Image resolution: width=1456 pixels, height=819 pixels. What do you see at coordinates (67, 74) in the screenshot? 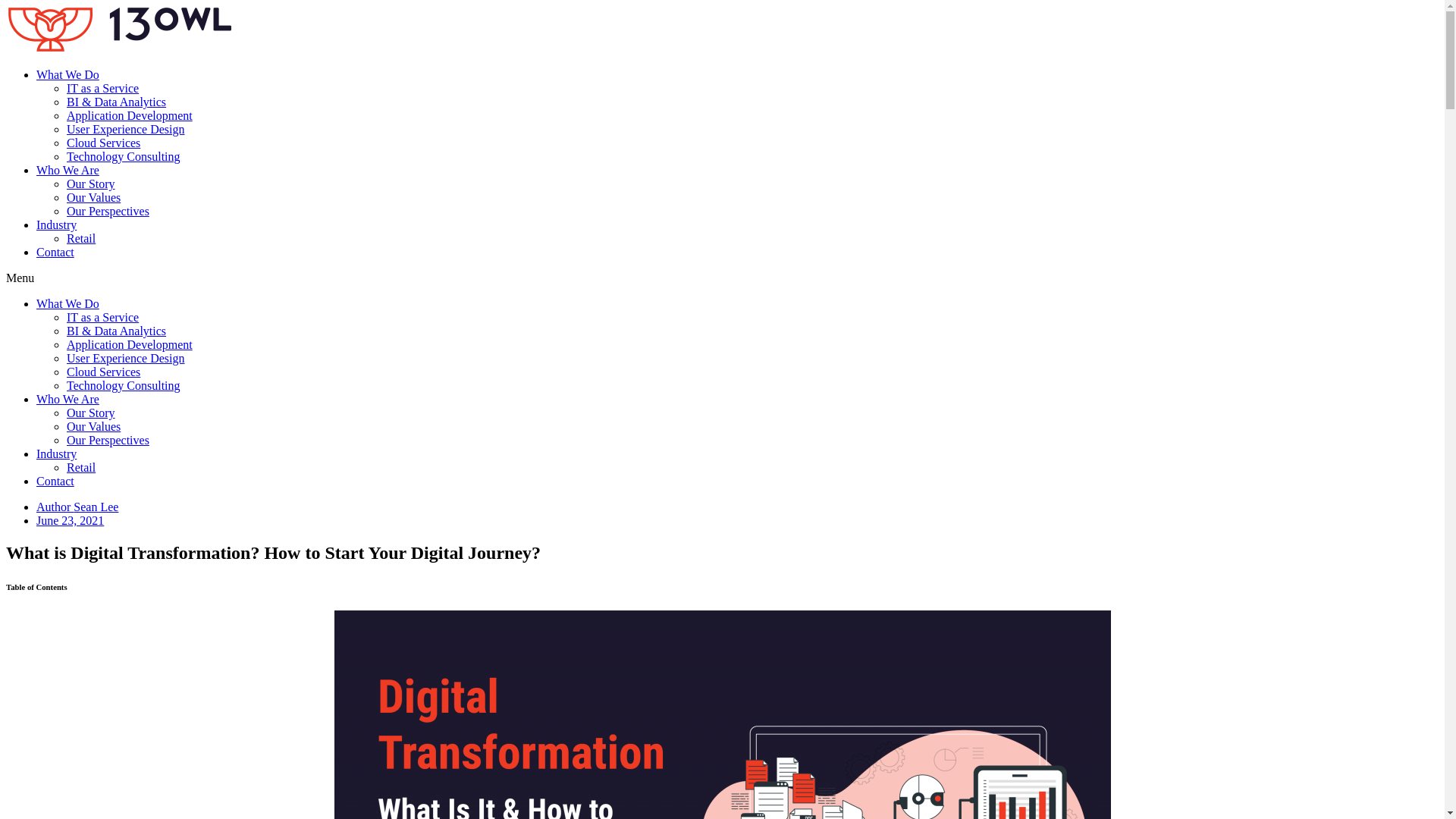
I see `'What We Do'` at bounding box center [67, 74].